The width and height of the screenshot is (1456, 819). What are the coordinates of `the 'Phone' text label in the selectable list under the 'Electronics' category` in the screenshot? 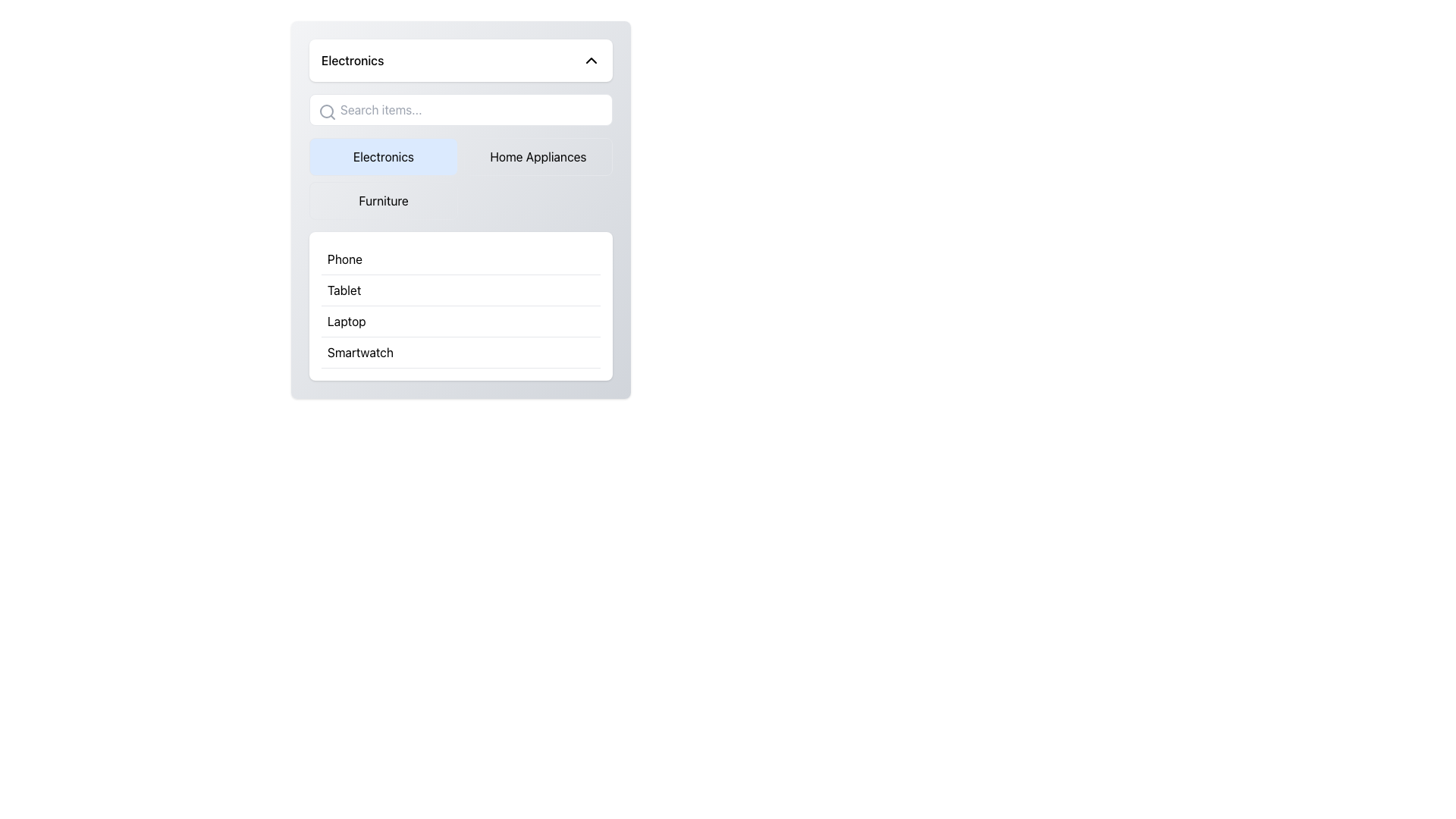 It's located at (344, 259).